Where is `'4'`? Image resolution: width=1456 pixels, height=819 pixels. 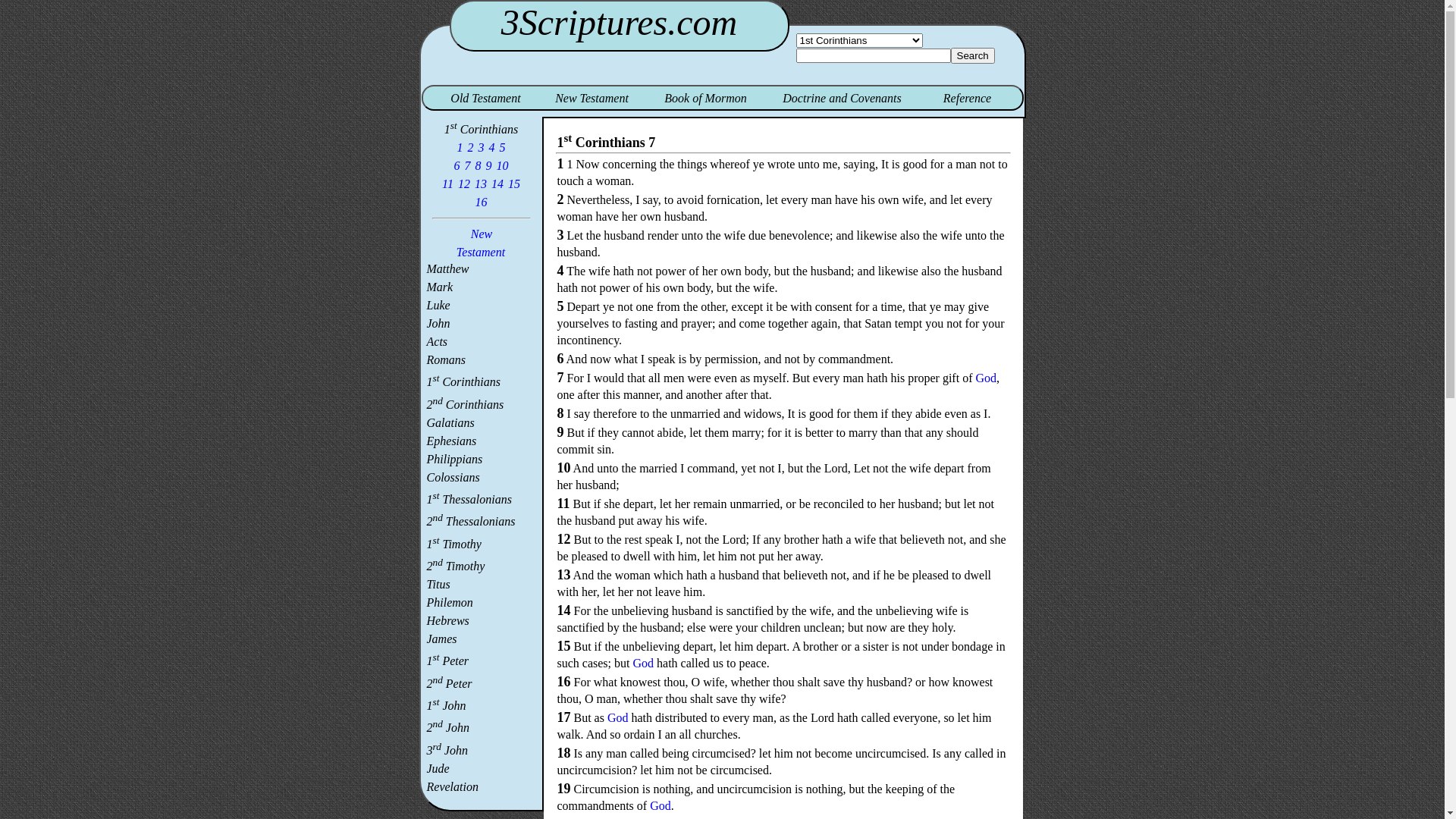
'4' is located at coordinates (491, 147).